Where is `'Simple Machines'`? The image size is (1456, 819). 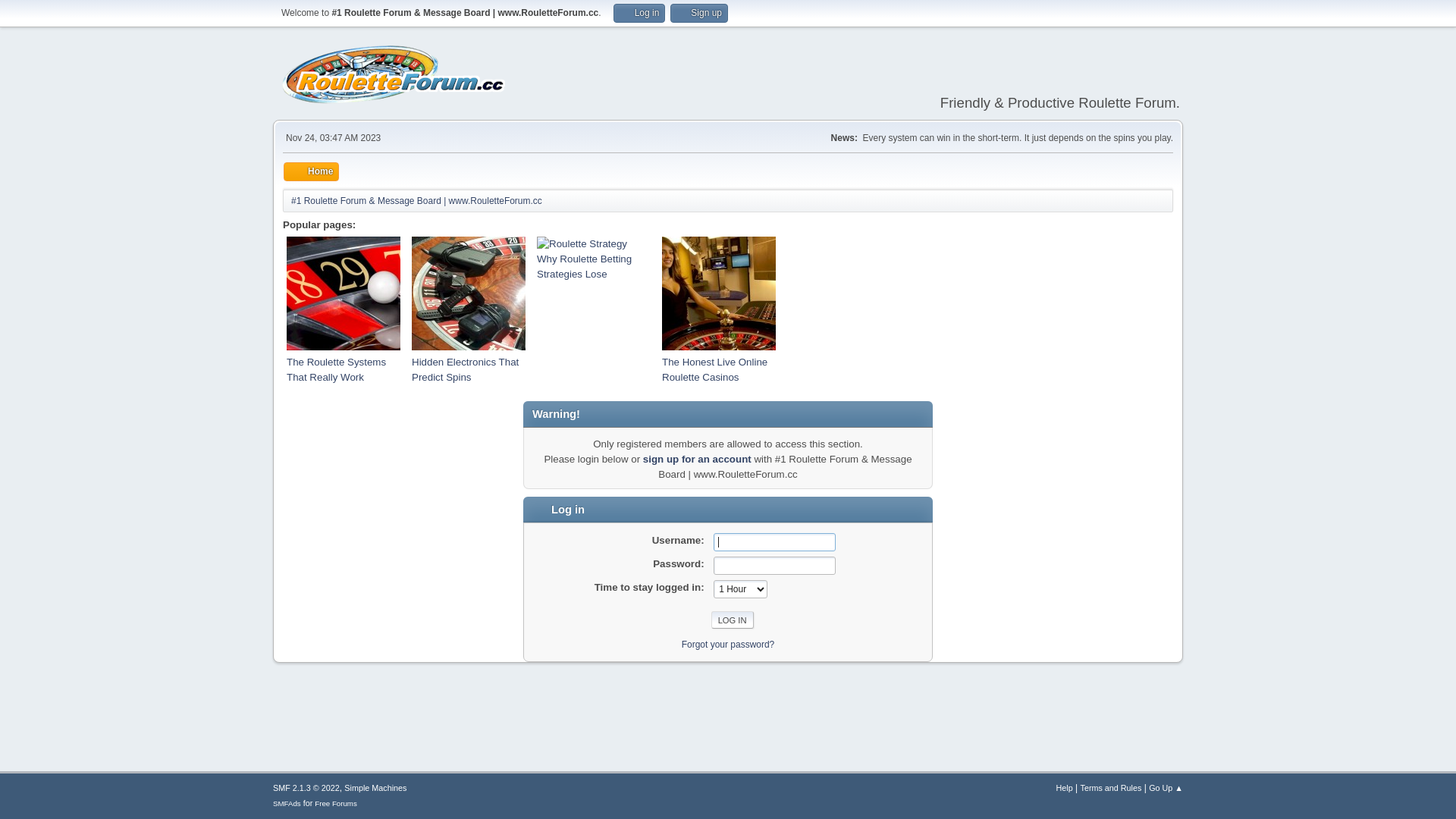 'Simple Machines' is located at coordinates (375, 786).